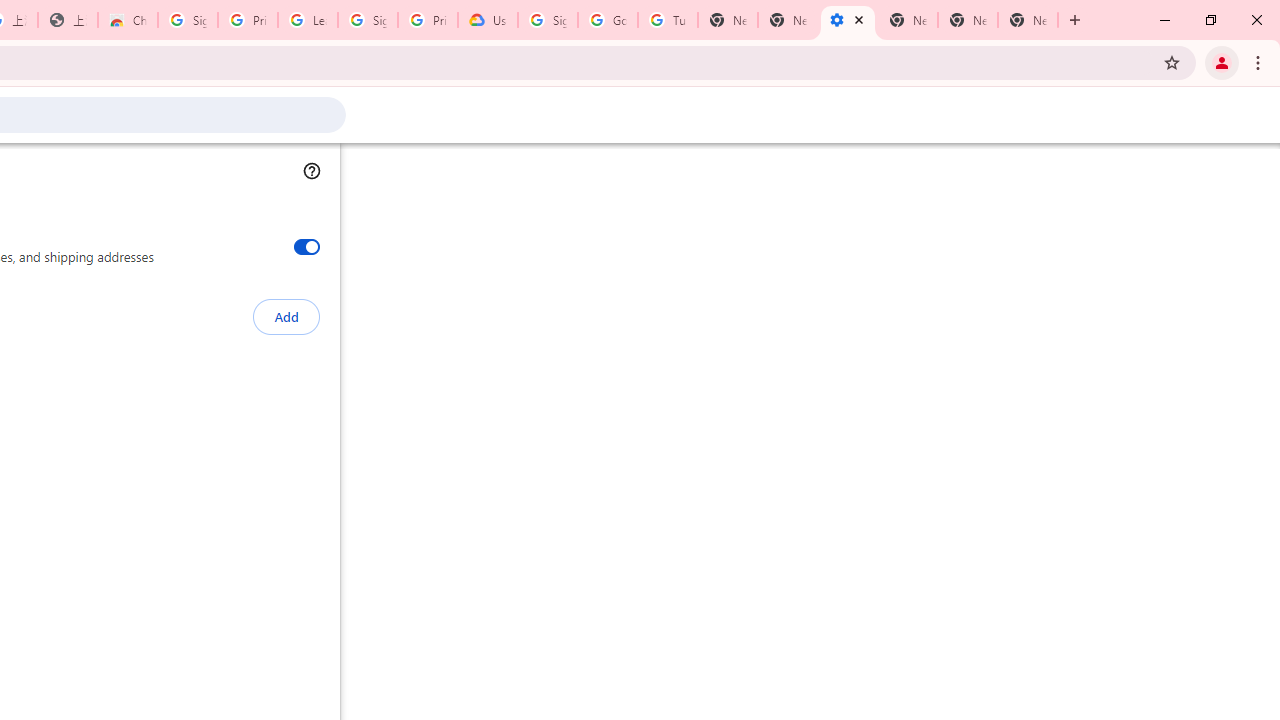 This screenshot has height=720, width=1280. I want to click on 'Settings - Addresses and more', so click(848, 20).